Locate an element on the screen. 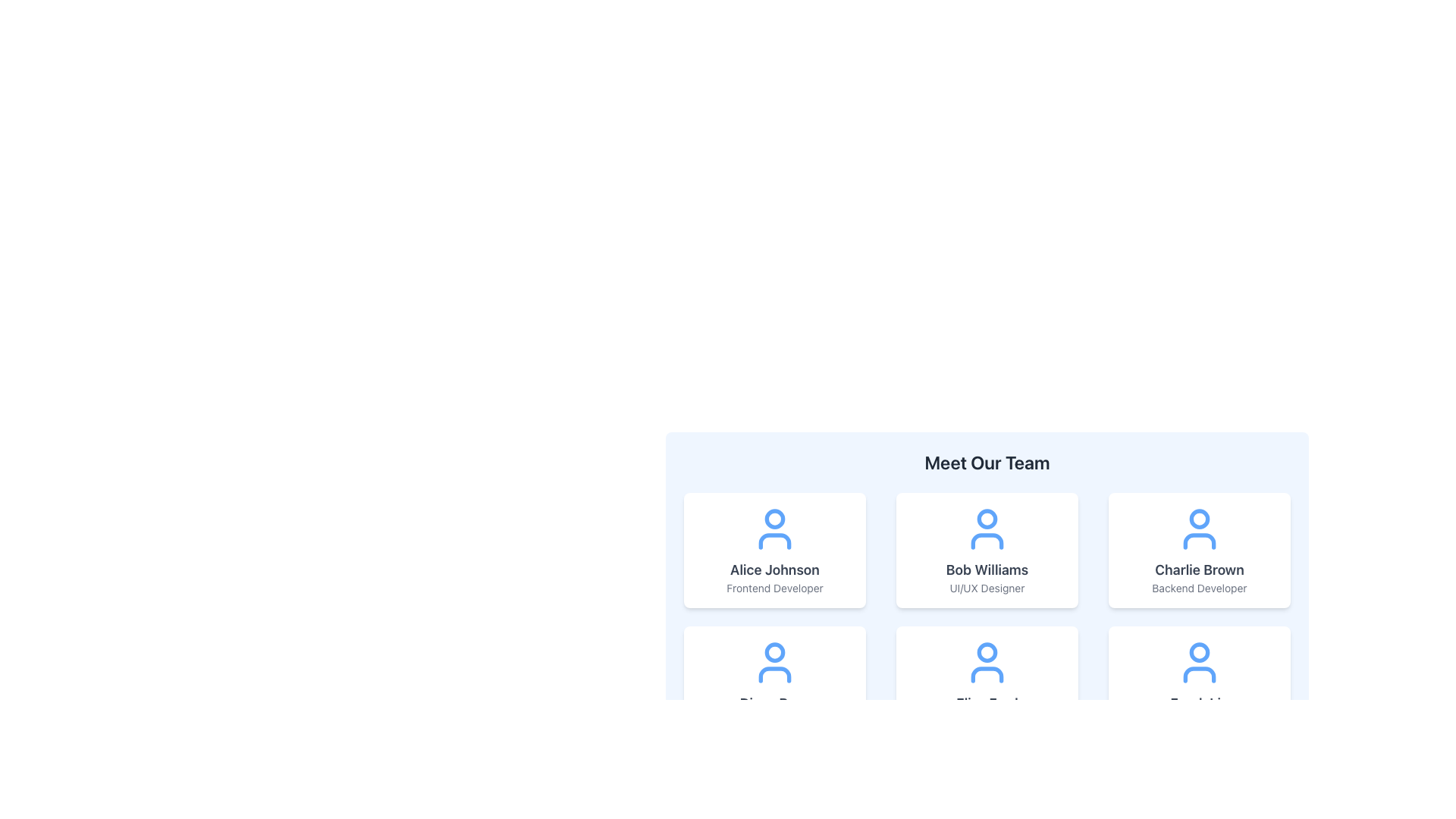 The height and width of the screenshot is (819, 1456). text label 'Backend Developer' located below the name 'Charlie Brown' in the top-right card of the team member grid is located at coordinates (1199, 587).